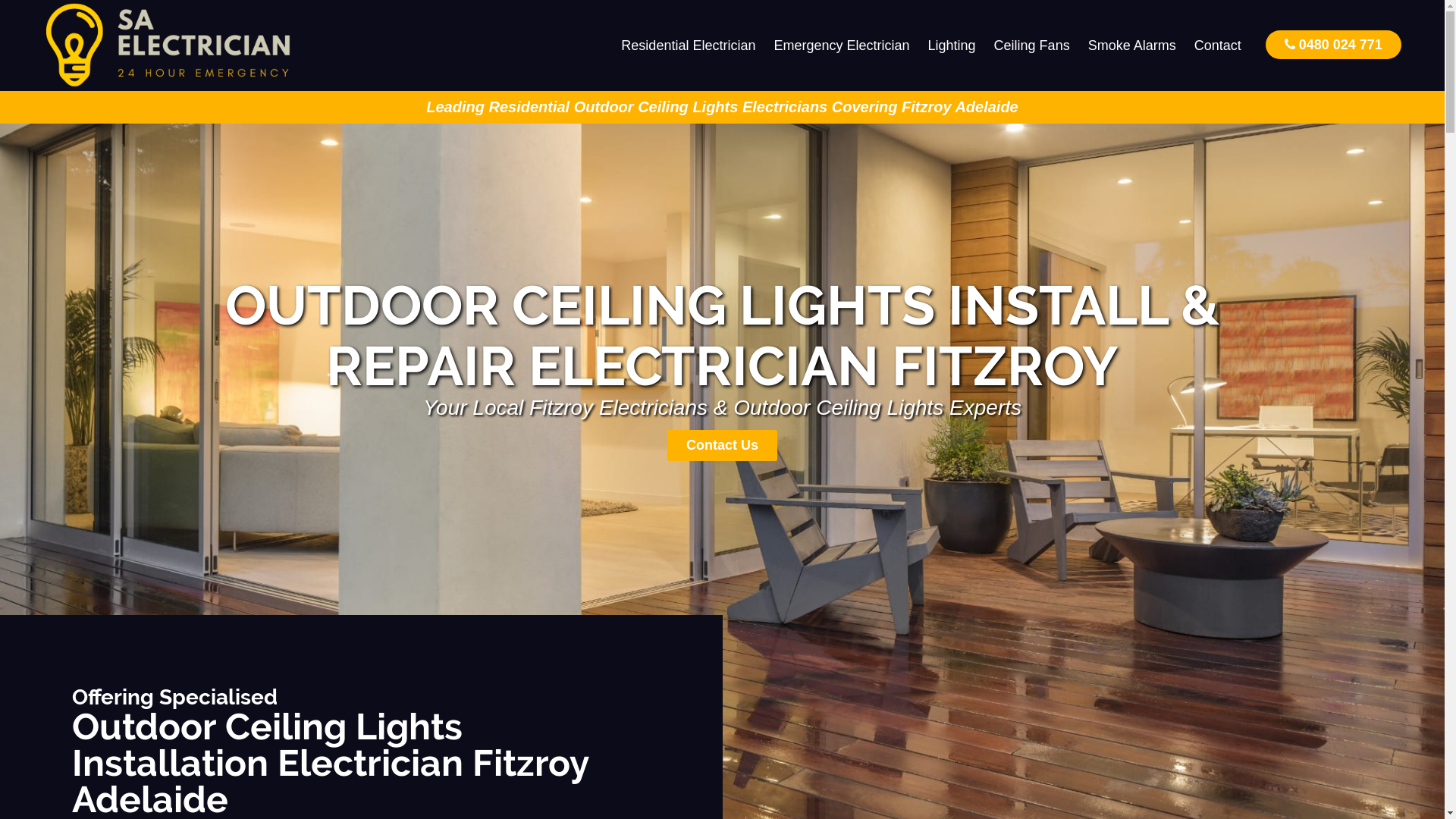  I want to click on '0480 024 771', so click(1266, 43).